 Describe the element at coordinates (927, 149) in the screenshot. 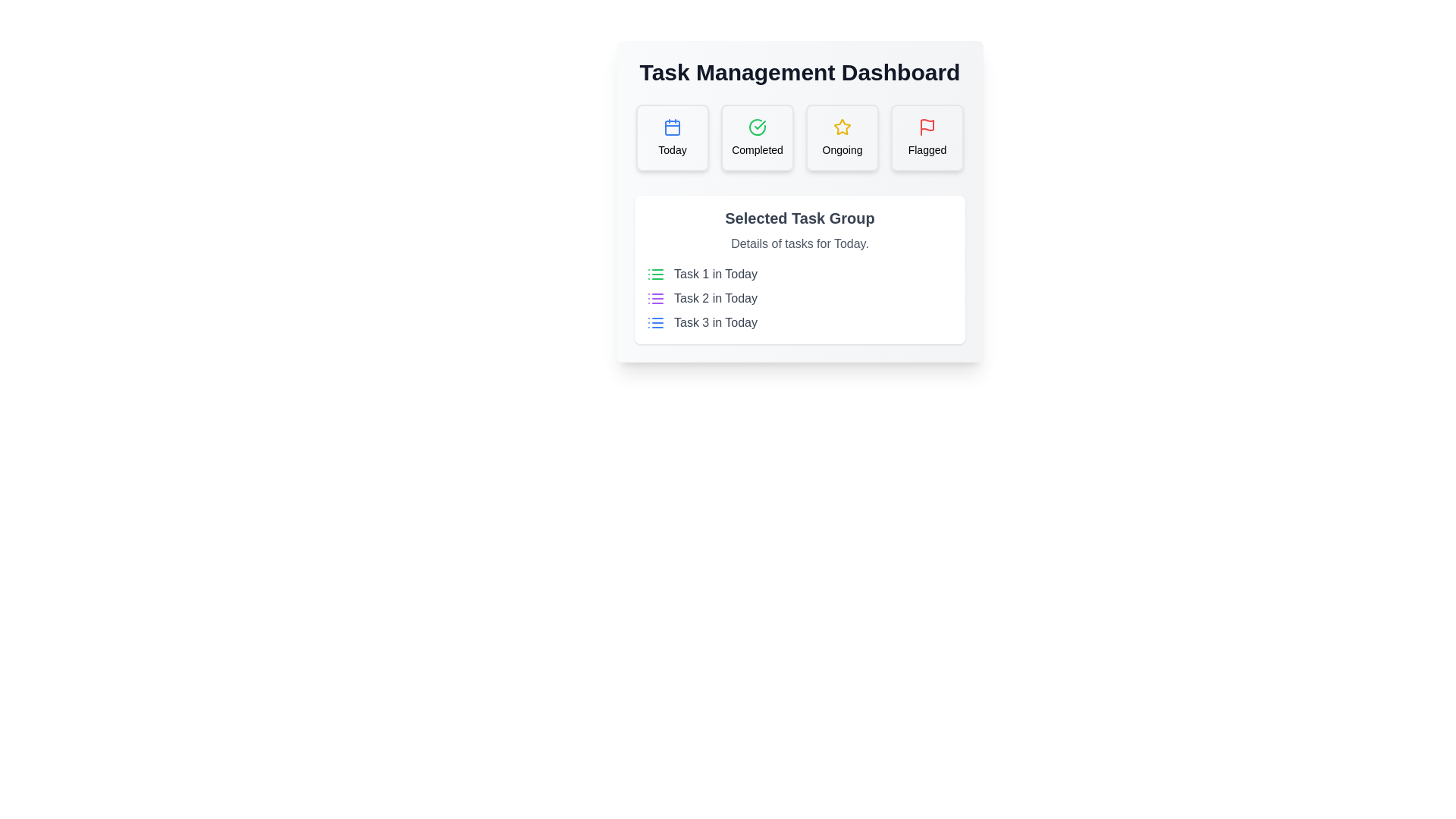

I see `the 'Flagged' text label located in the fourth interactive card of the dashboard, which is styled in a smaller font and positioned below a flag icon` at that location.